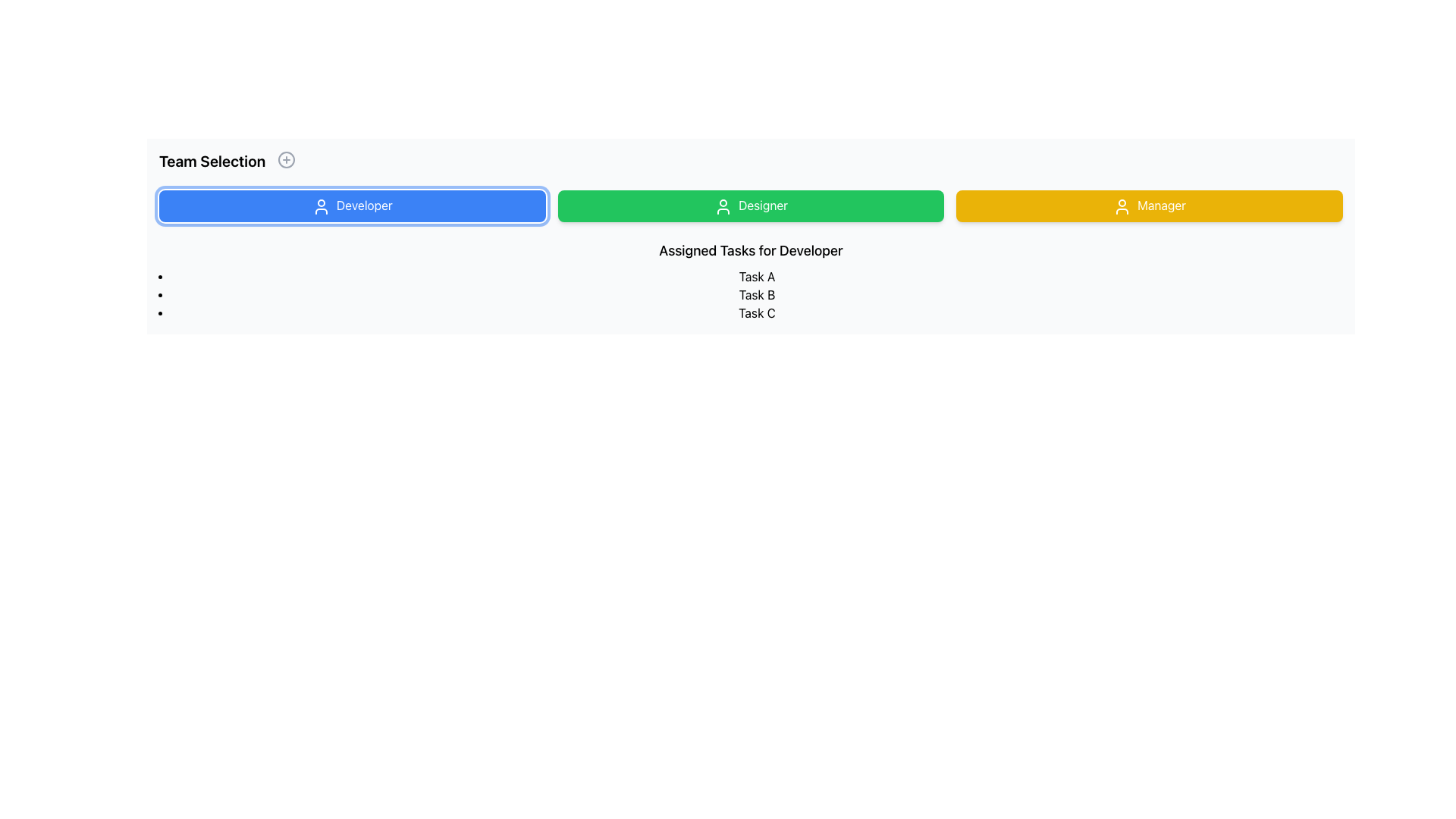  I want to click on the 'Designer' button in the 'Team Selection' section, so click(751, 206).